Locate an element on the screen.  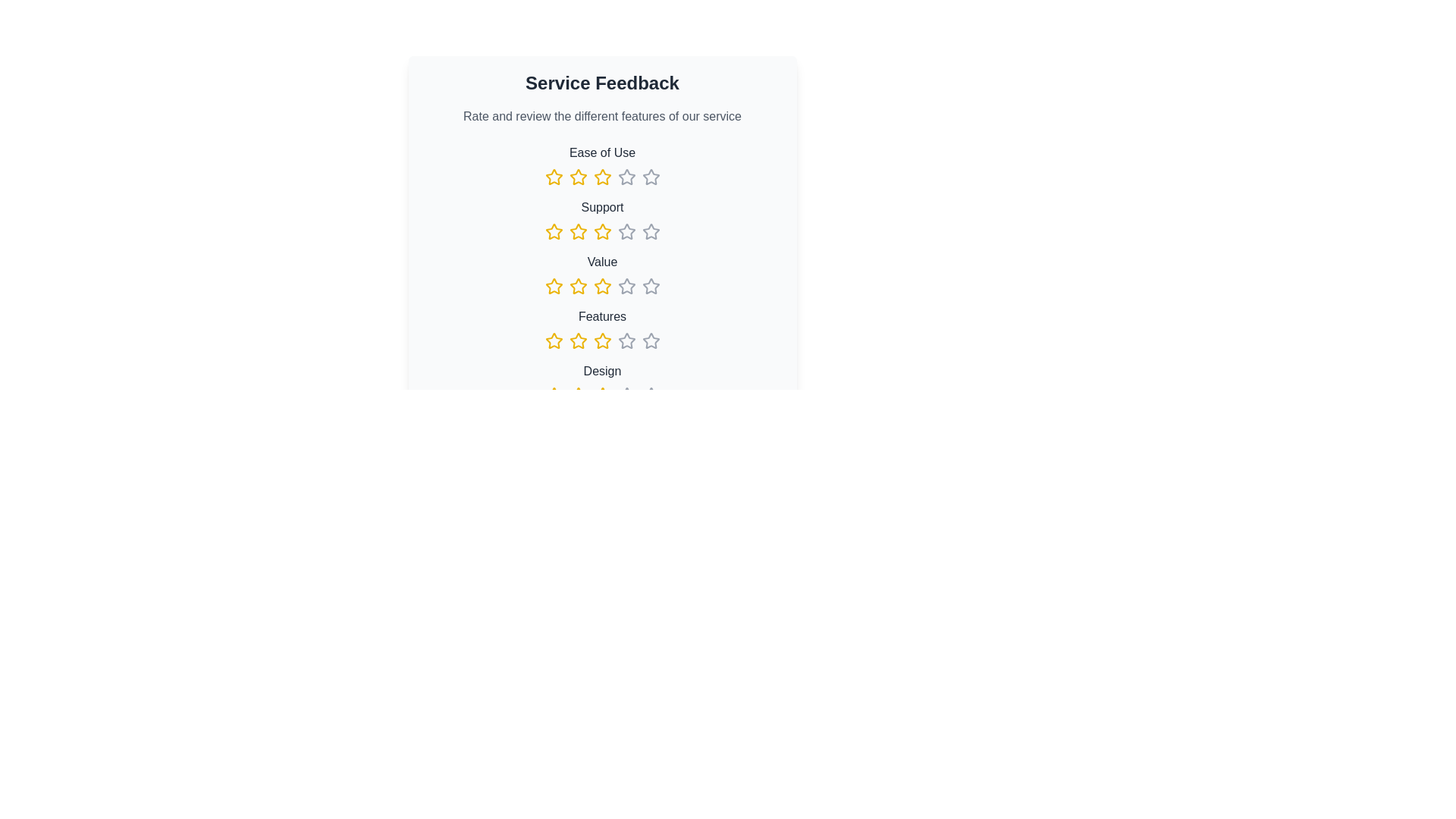
the first interactive rating star icon in the Service Feedback section under the label 'Features' to update the rating is located at coordinates (553, 341).